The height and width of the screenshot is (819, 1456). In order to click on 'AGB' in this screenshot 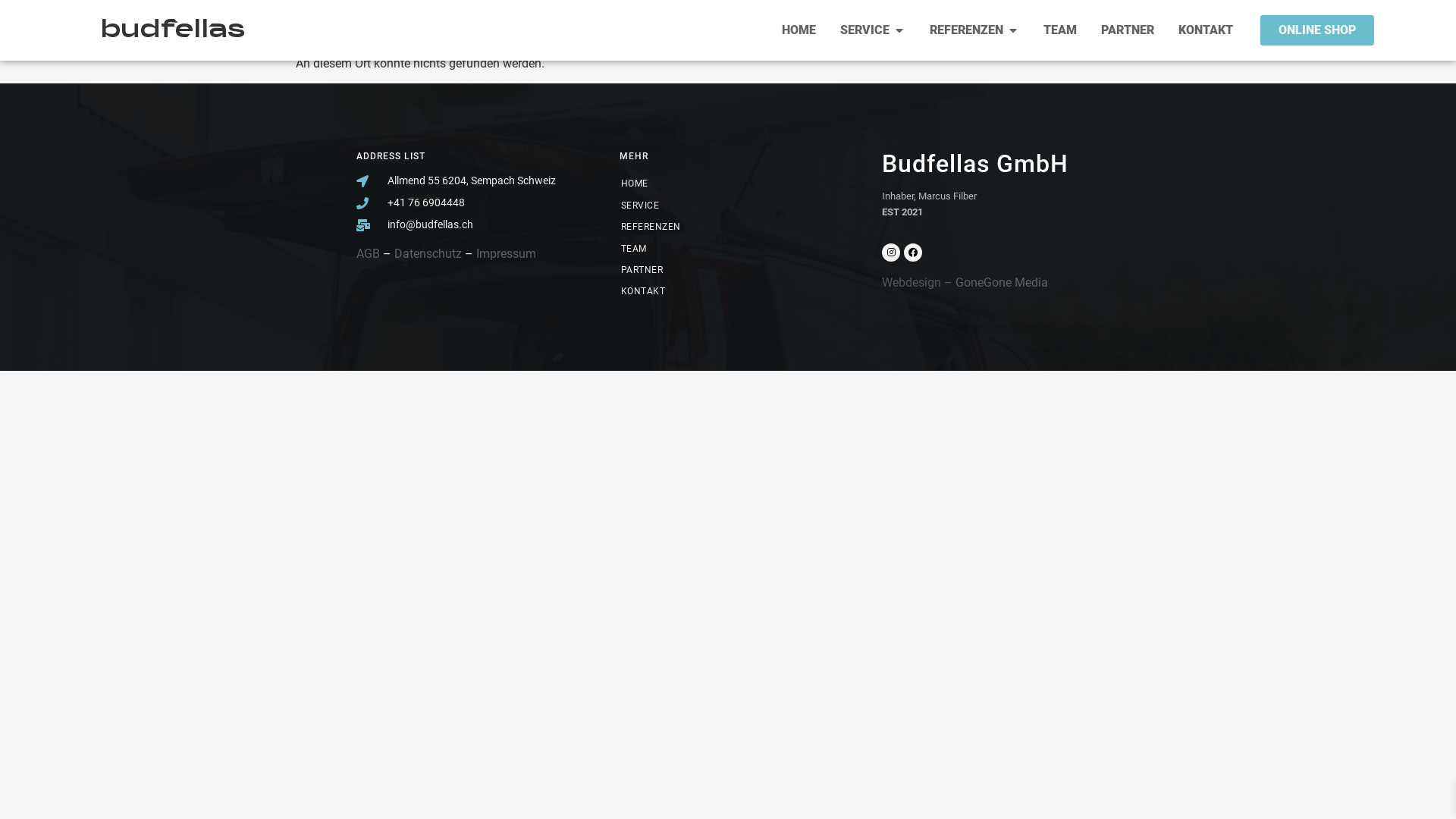, I will do `click(356, 253)`.